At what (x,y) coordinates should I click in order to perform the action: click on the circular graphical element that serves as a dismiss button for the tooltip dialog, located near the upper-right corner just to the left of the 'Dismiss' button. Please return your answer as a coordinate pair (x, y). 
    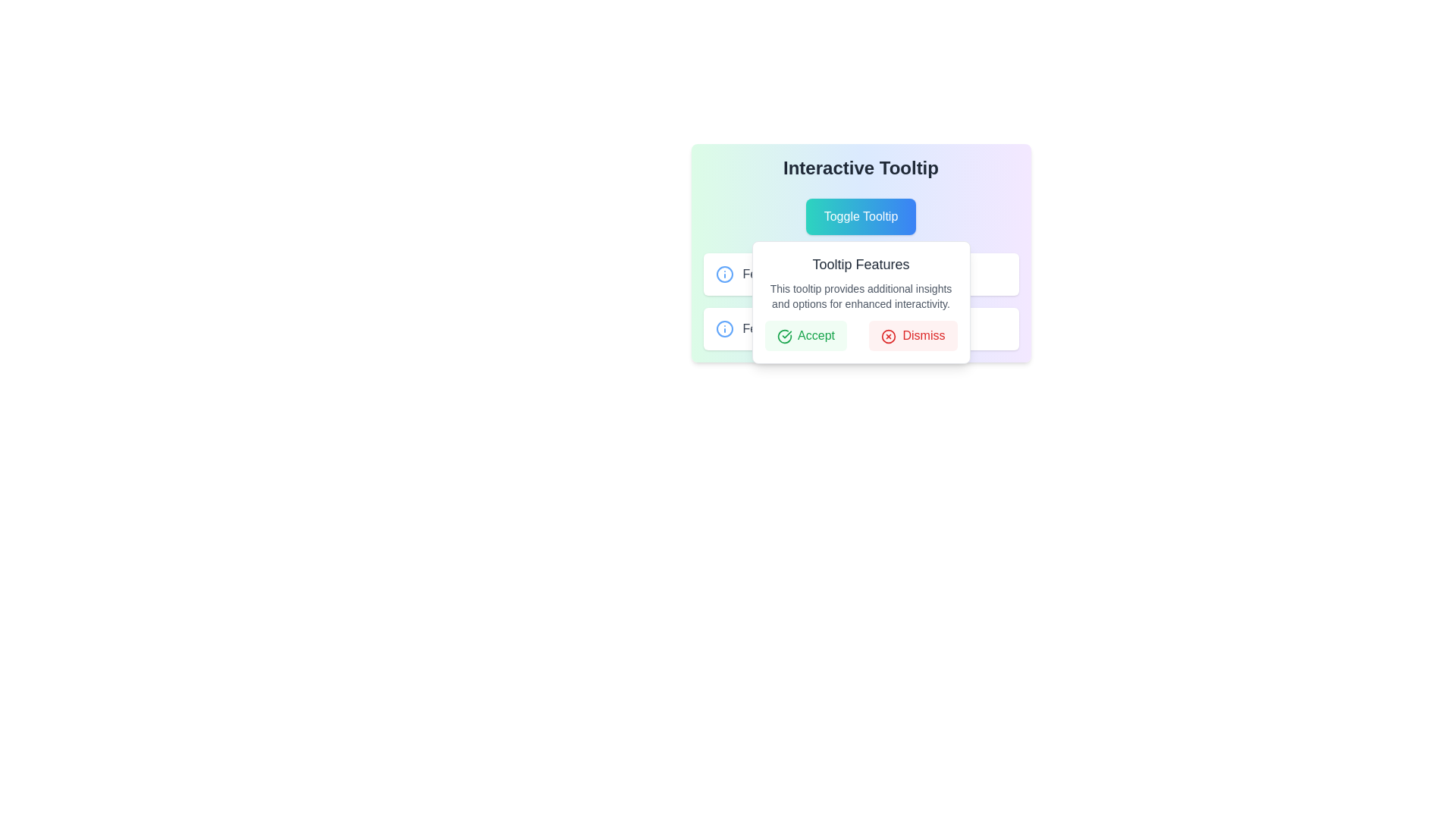
    Looking at the image, I should click on (888, 335).